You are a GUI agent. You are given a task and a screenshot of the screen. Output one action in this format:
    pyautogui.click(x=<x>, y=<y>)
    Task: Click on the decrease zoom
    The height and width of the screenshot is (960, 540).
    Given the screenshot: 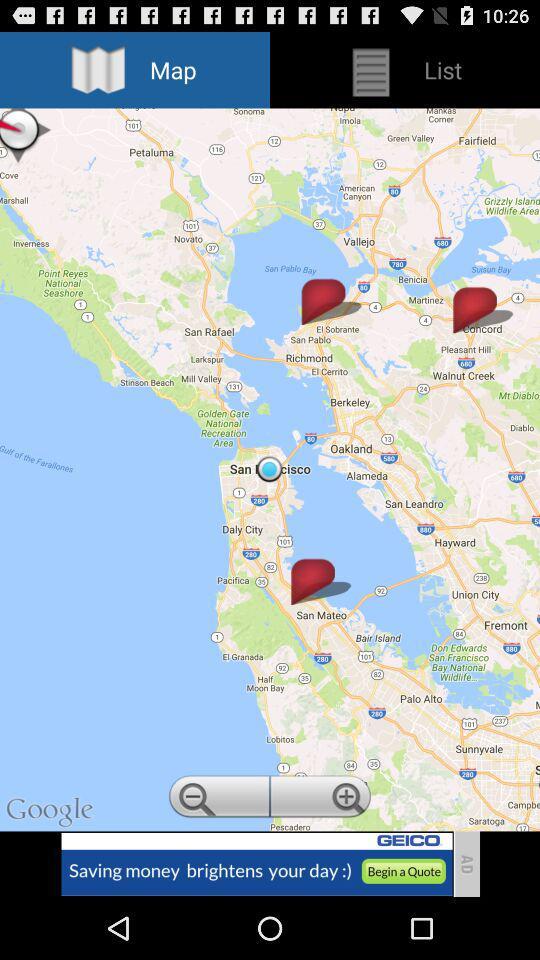 What is the action you would take?
    pyautogui.click(x=216, y=799)
    